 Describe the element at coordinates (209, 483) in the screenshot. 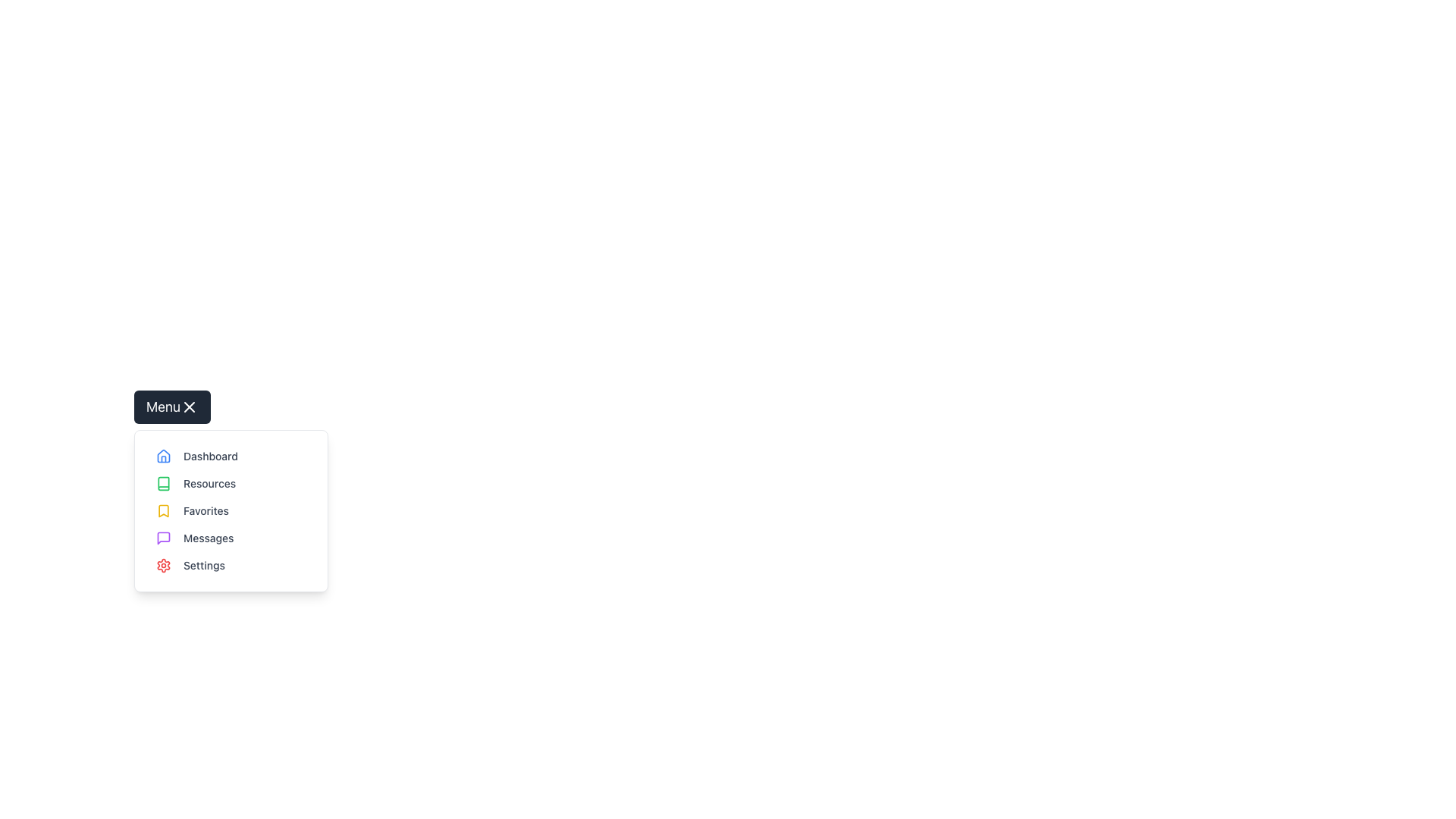

I see `the 'Resources' text label in the sidebar menu, which is positioned below the 'Dashboard' label and above the 'Favorites' label` at that location.